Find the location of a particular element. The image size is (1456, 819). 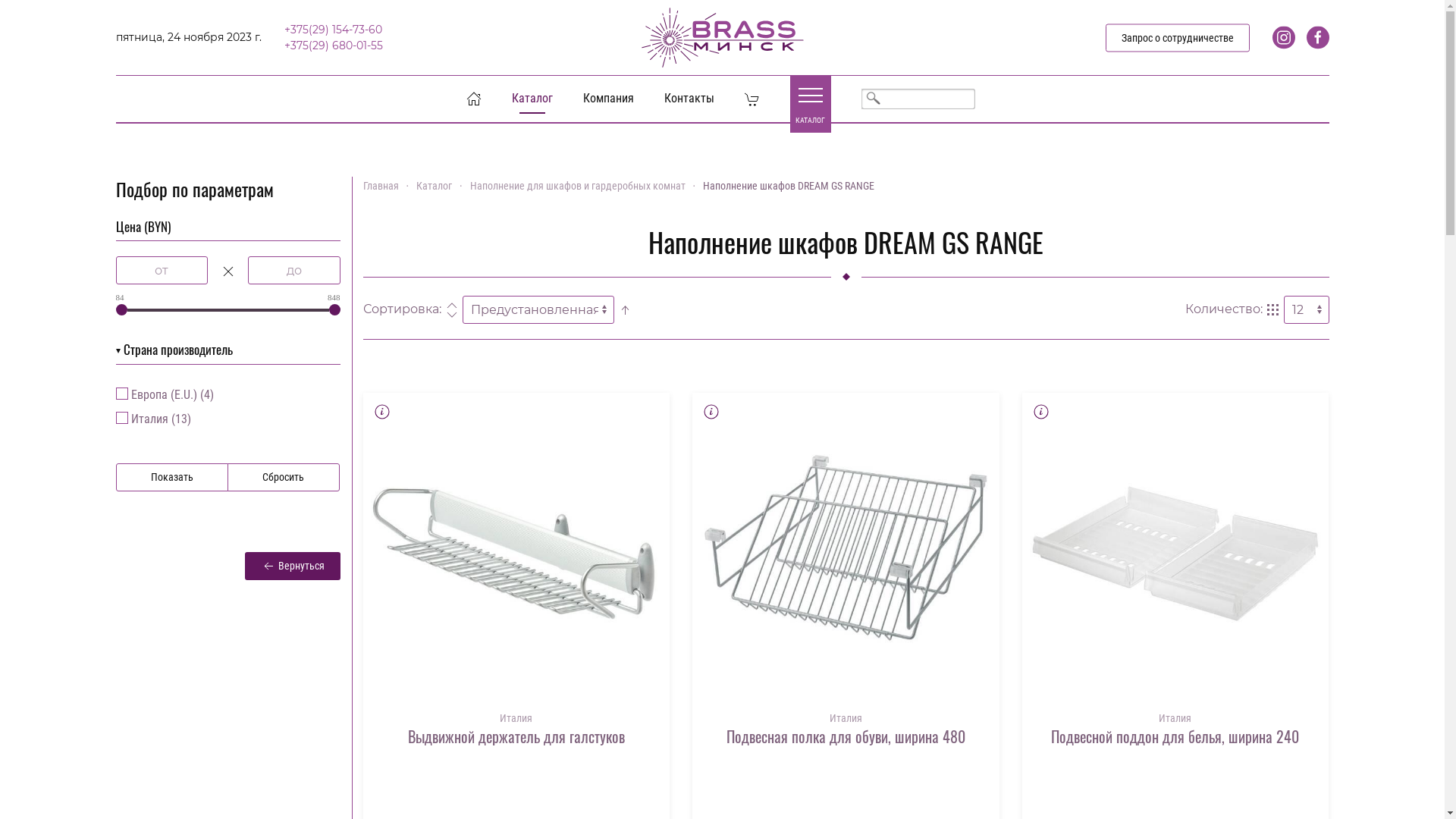

'3' is located at coordinates (120, 393).